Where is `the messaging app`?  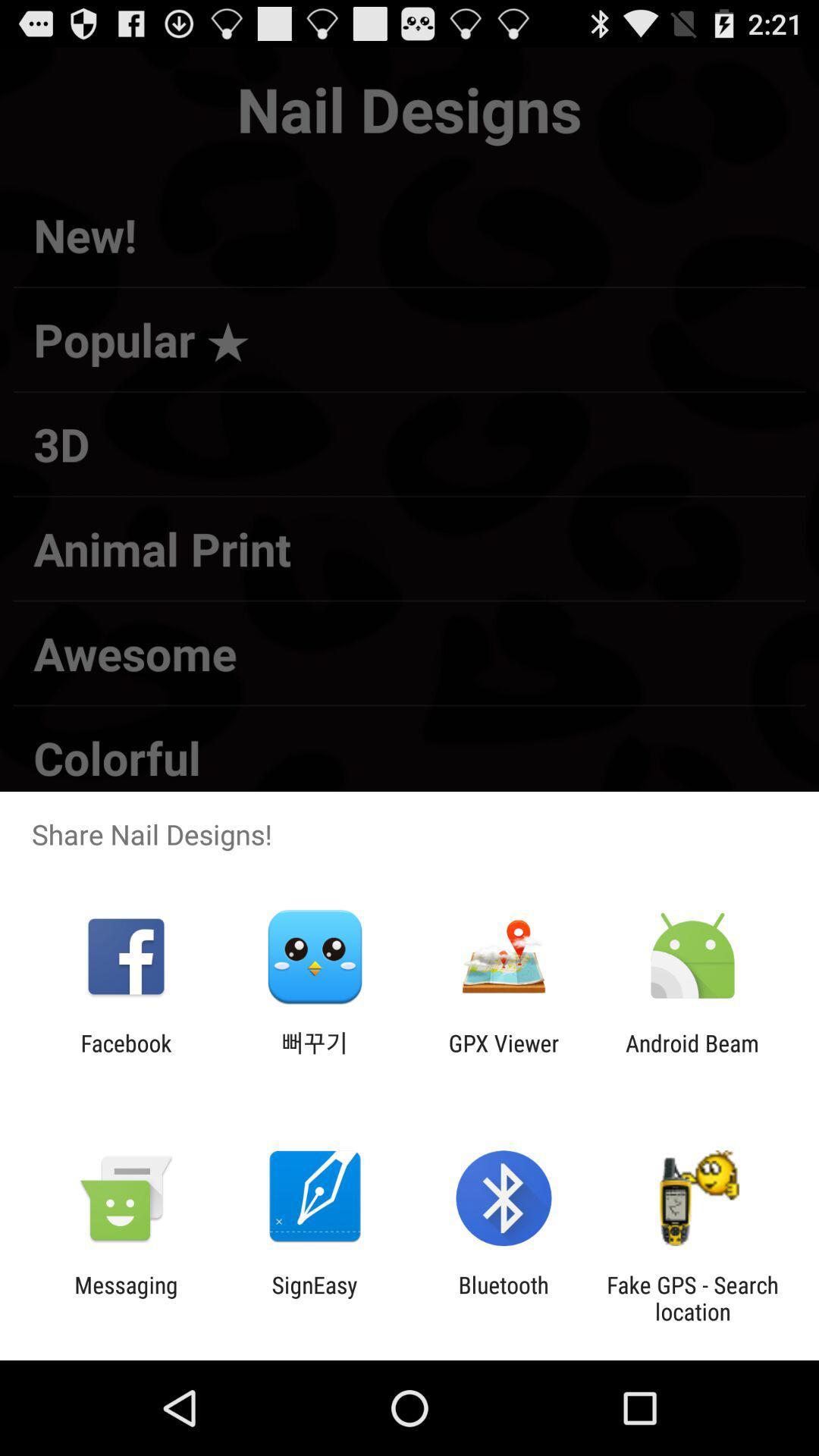 the messaging app is located at coordinates (125, 1298).